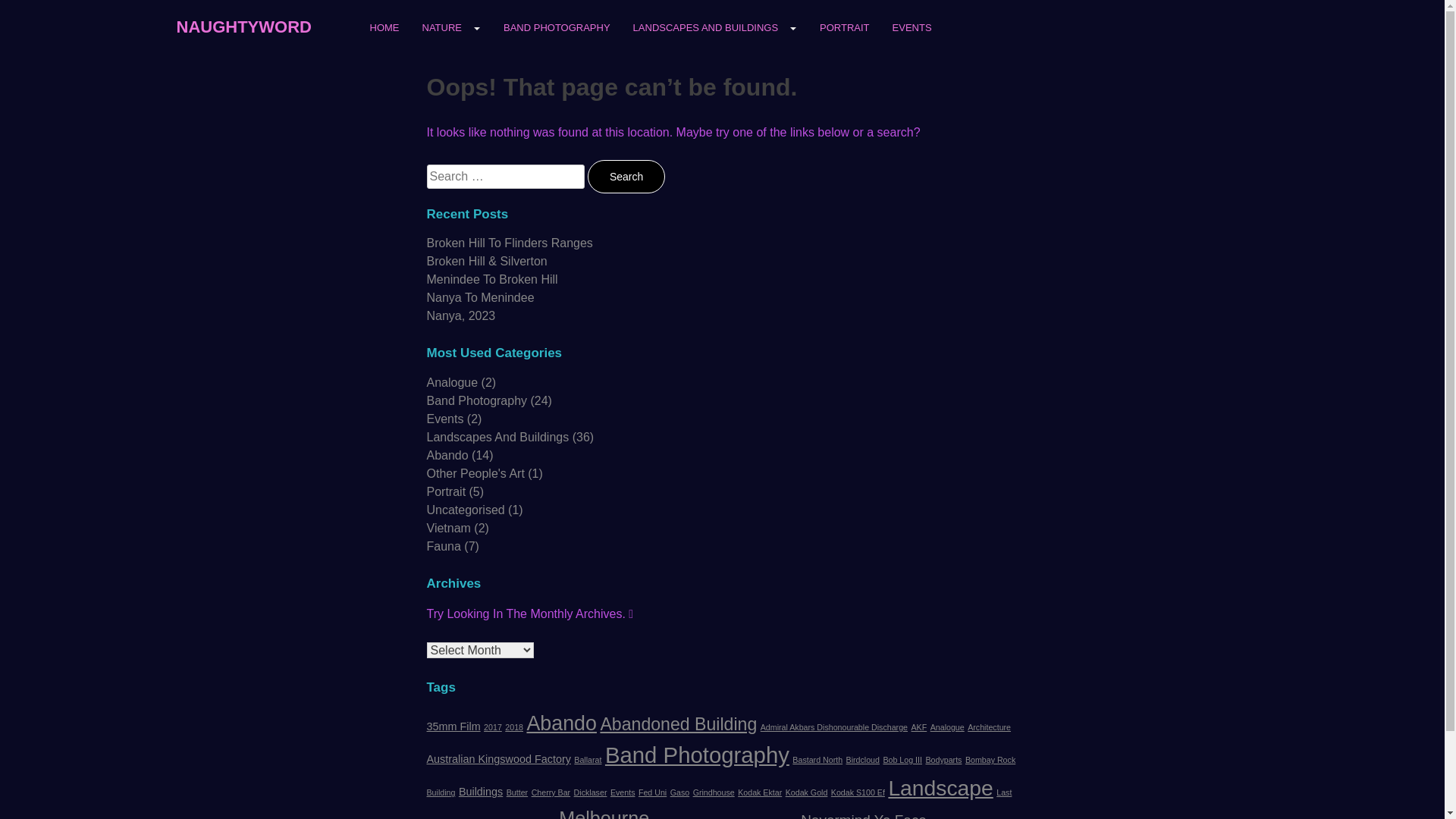 Image resolution: width=1456 pixels, height=819 pixels. What do you see at coordinates (492, 726) in the screenshot?
I see `'2017'` at bounding box center [492, 726].